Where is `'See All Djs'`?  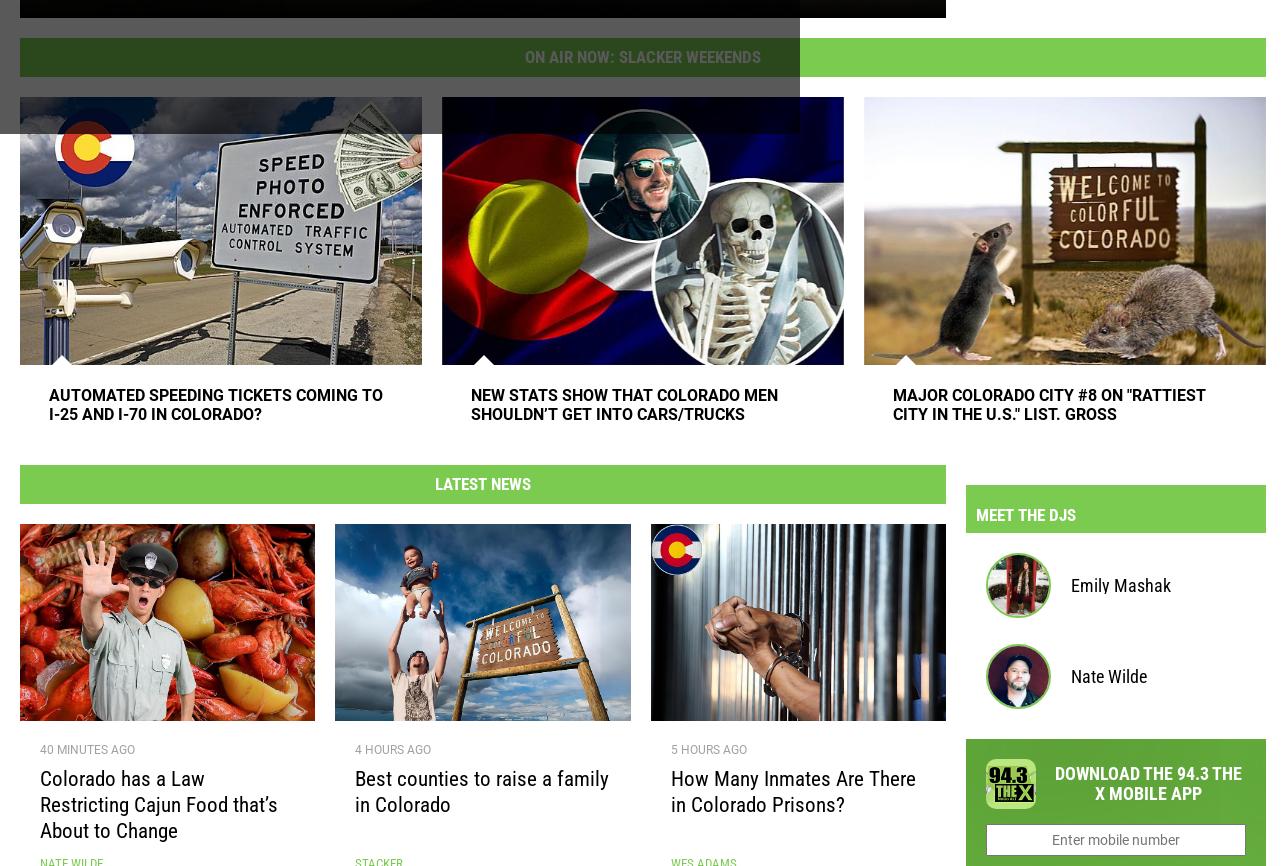
'See All Djs' is located at coordinates (1214, 504).